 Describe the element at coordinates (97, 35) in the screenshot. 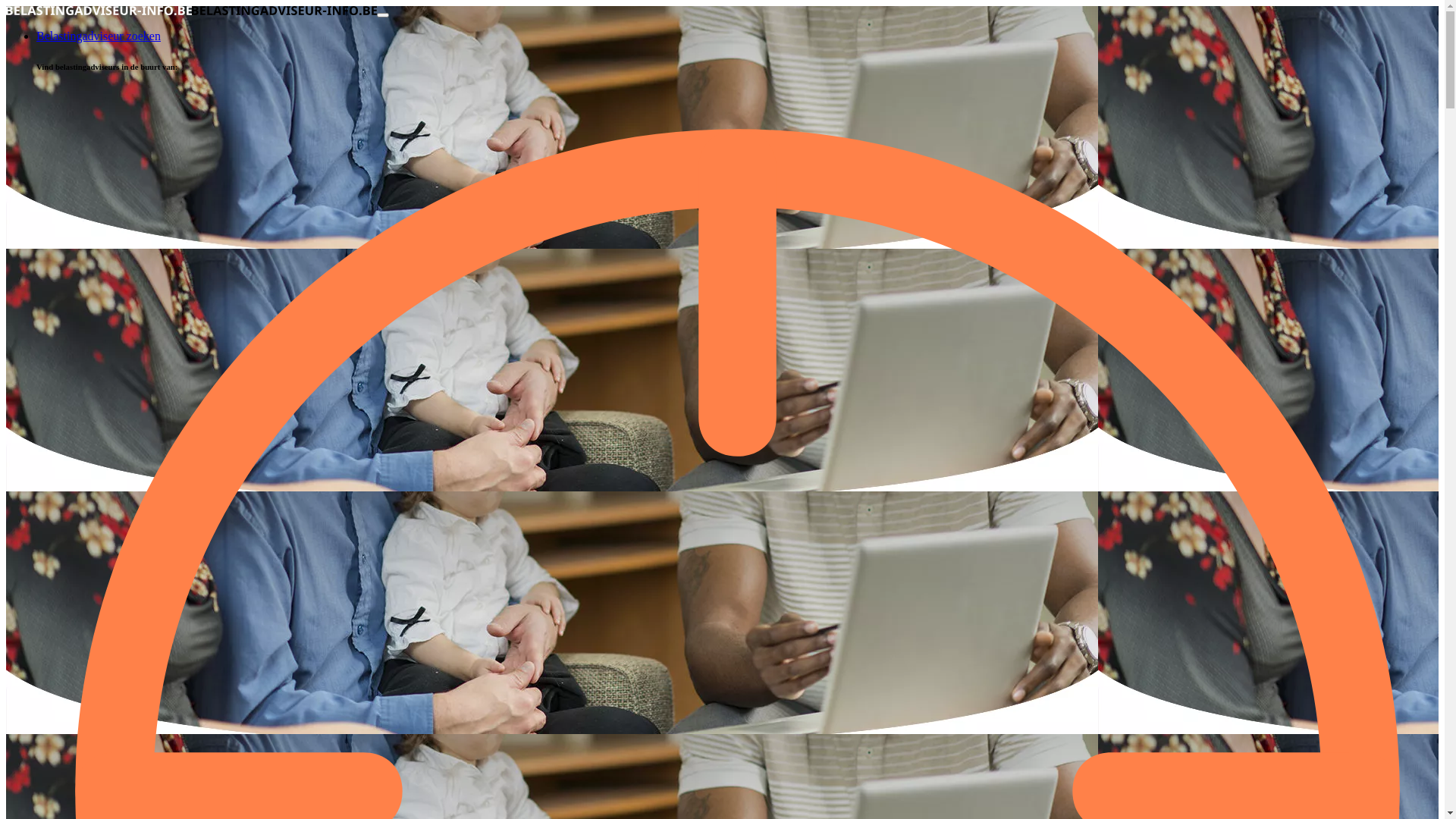

I see `'Belastingadviseur zoeken'` at that location.